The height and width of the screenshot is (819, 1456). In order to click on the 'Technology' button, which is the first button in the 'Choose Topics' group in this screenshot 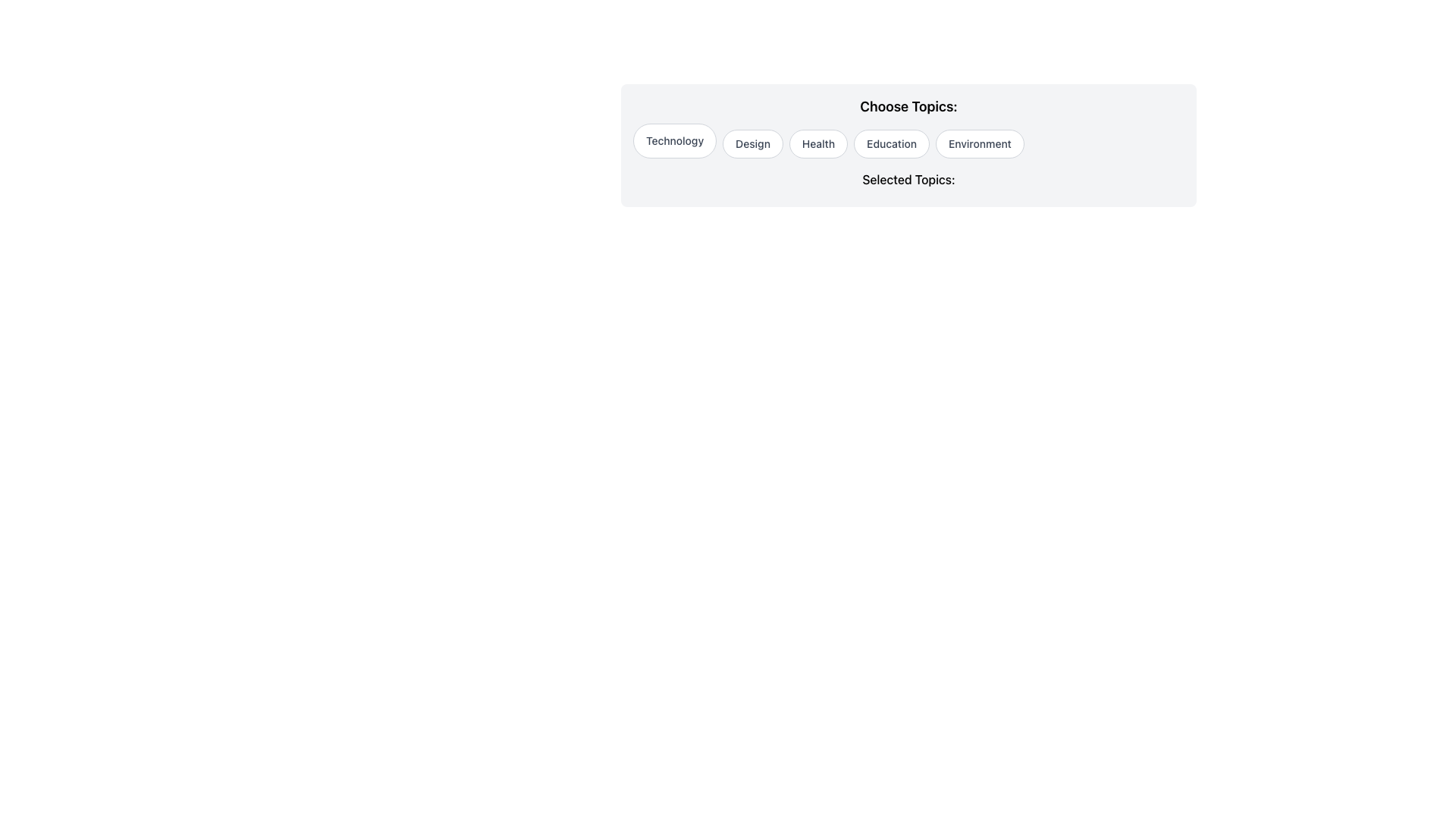, I will do `click(674, 140)`.